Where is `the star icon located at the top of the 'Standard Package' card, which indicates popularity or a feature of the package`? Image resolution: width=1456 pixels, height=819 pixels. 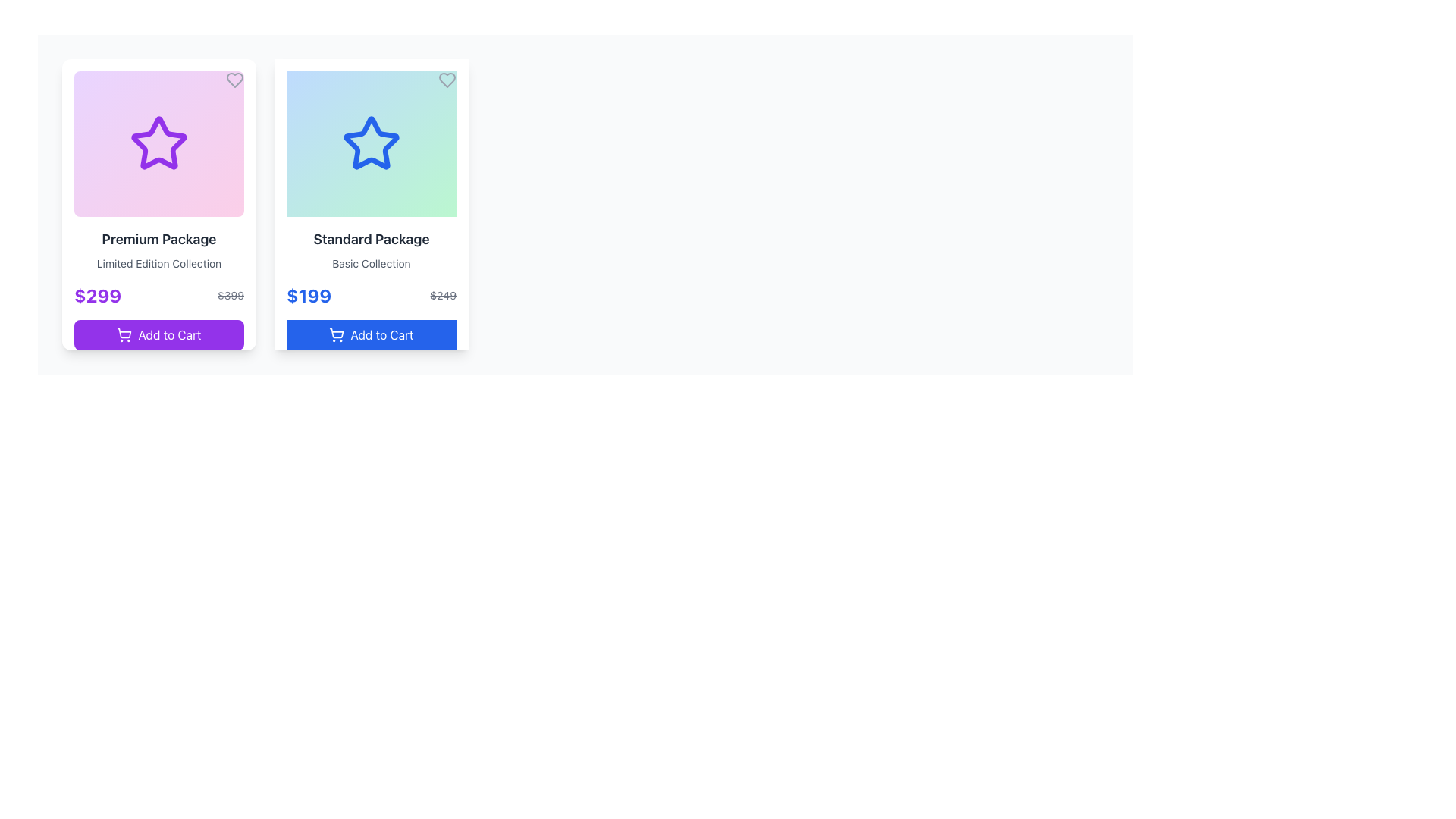
the star icon located at the top of the 'Standard Package' card, which indicates popularity or a feature of the package is located at coordinates (371, 143).